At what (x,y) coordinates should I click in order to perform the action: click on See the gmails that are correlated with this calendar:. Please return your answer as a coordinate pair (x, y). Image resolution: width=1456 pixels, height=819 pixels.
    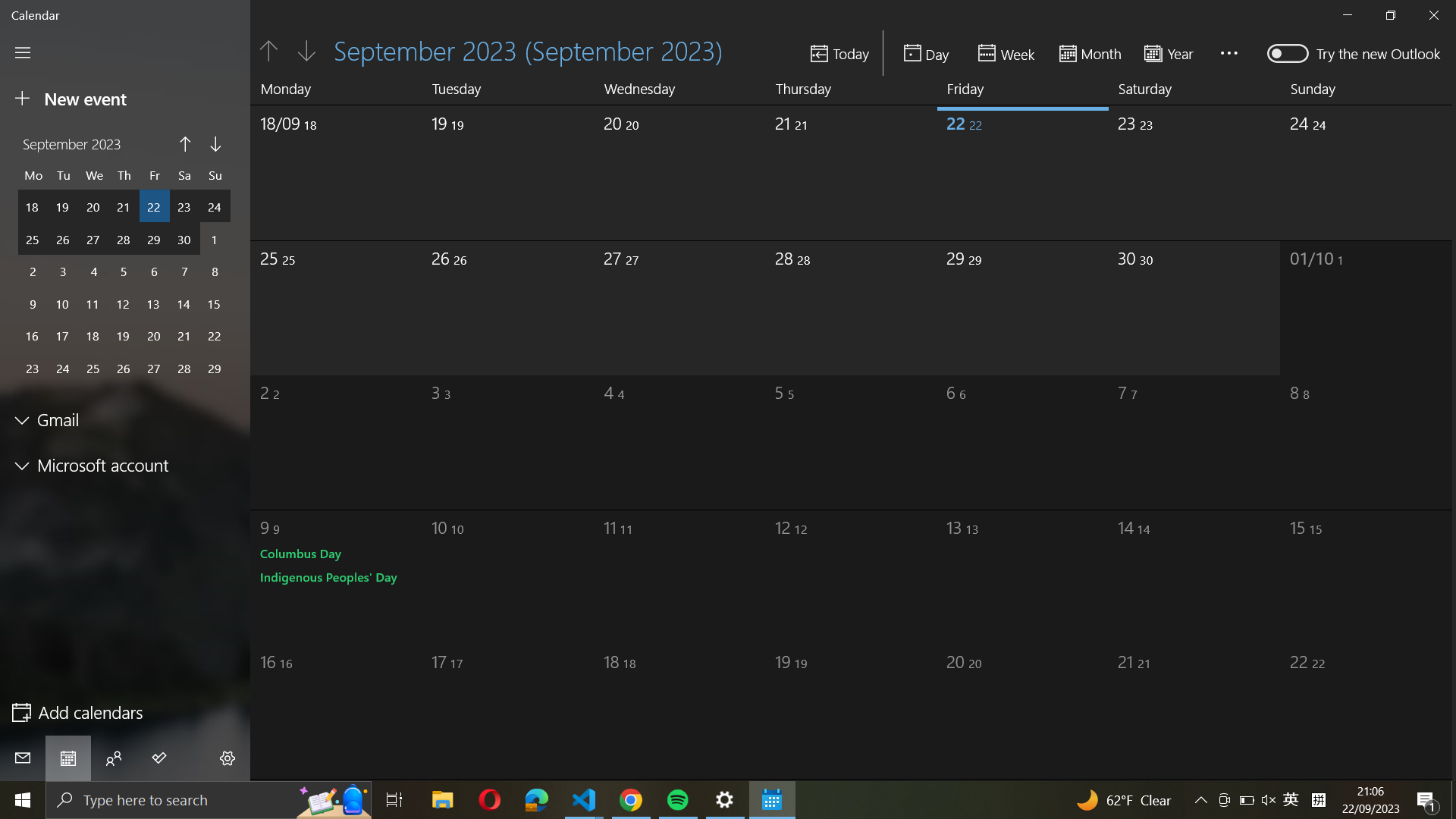
    Looking at the image, I should click on (126, 420).